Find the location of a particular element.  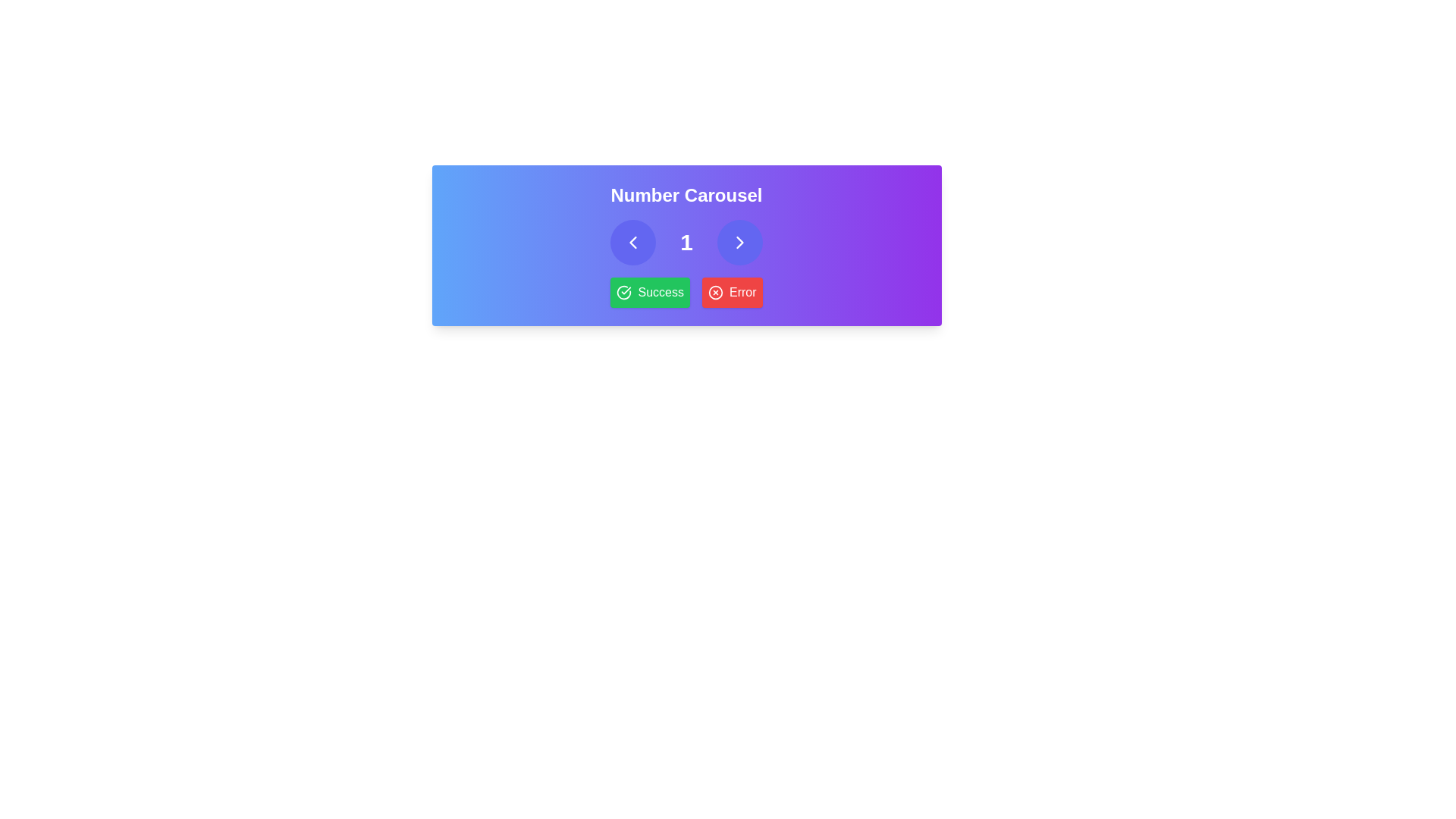

the left-pointing arrow icon within the circular button located to the left of the horizontal number selector, which is positioned next to the numeral '1' is located at coordinates (633, 242).